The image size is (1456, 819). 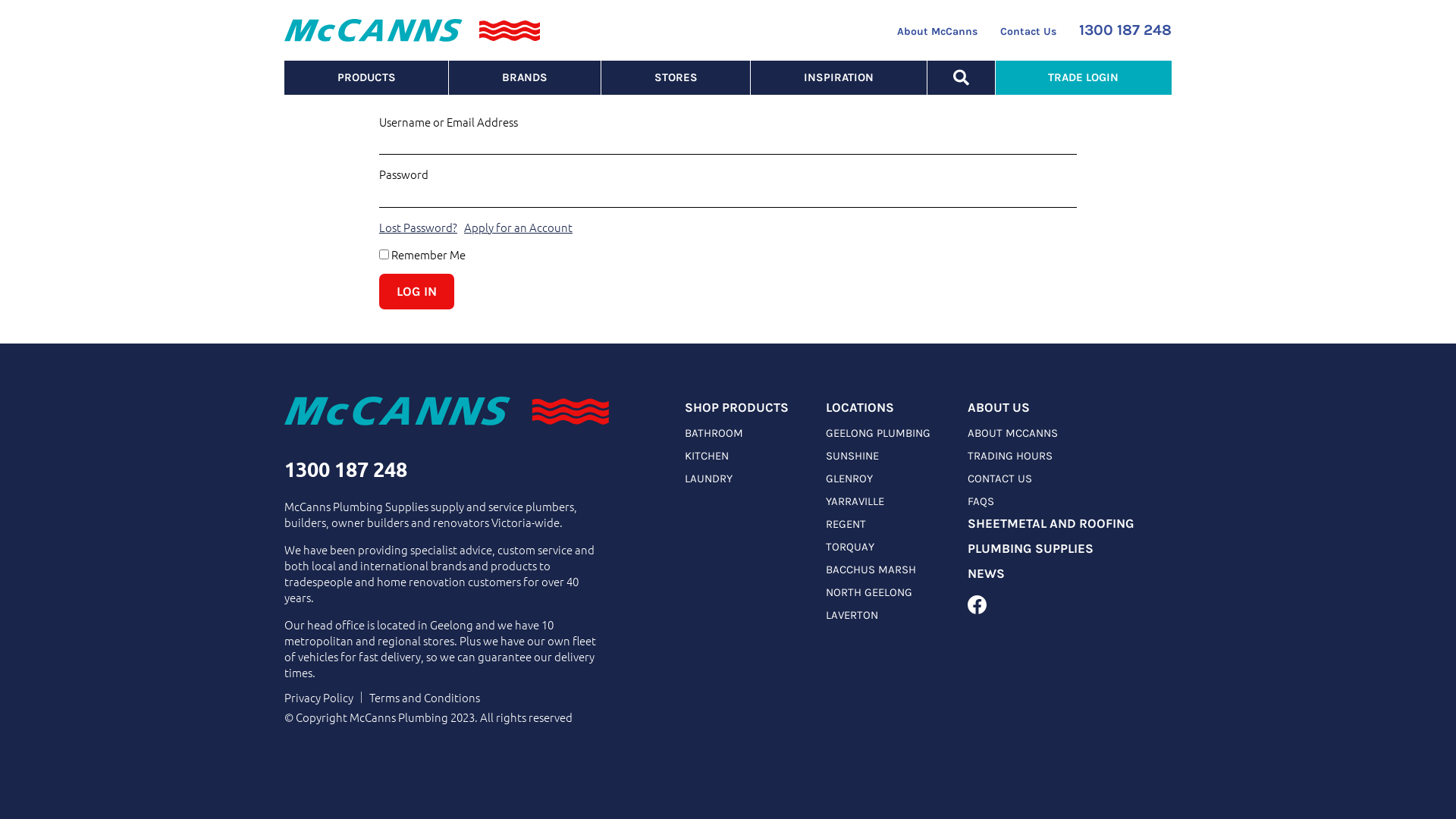 What do you see at coordinates (859, 406) in the screenshot?
I see `'LOCATIONS'` at bounding box center [859, 406].